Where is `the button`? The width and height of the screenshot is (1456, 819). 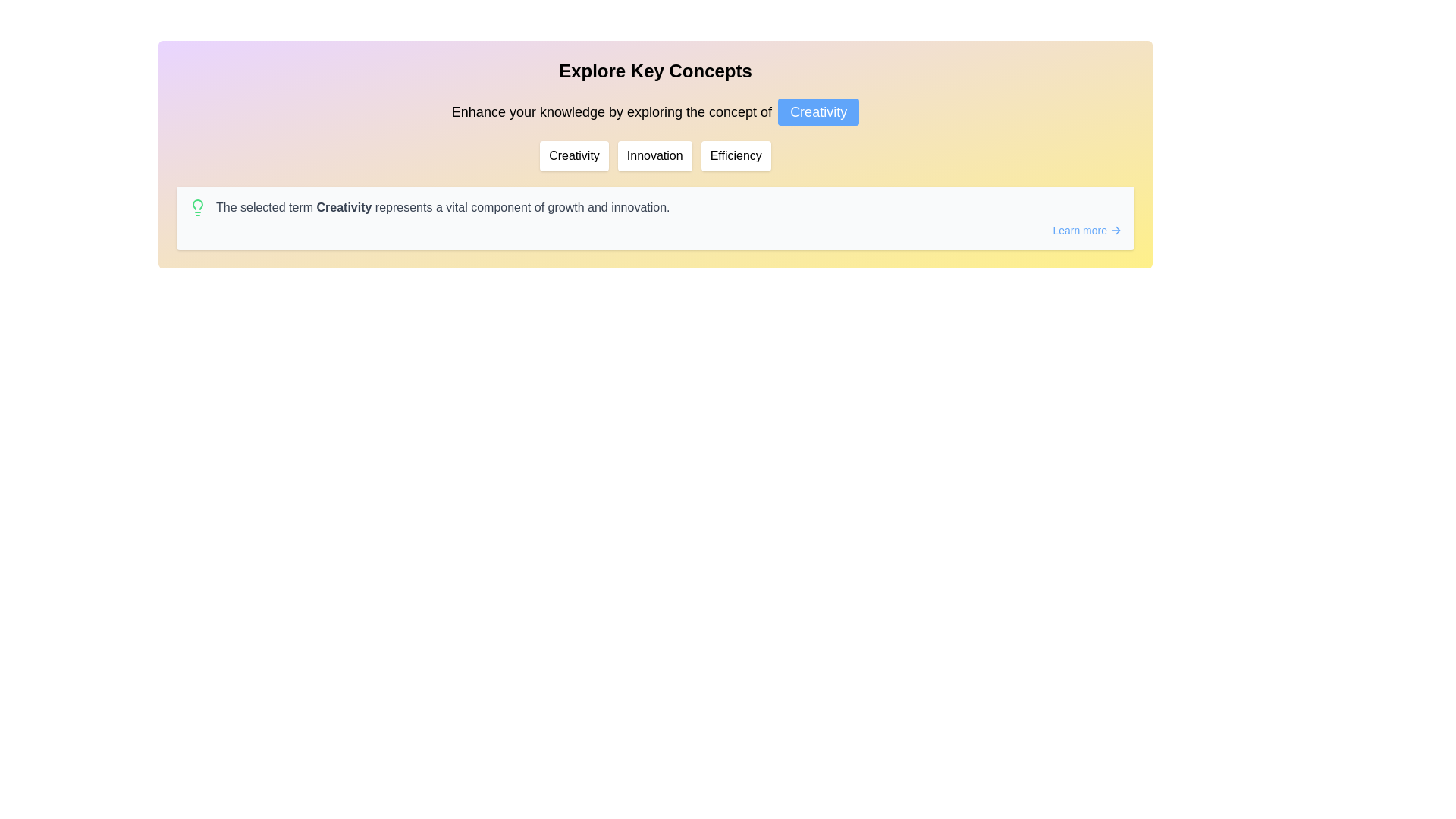
the button is located at coordinates (817, 111).